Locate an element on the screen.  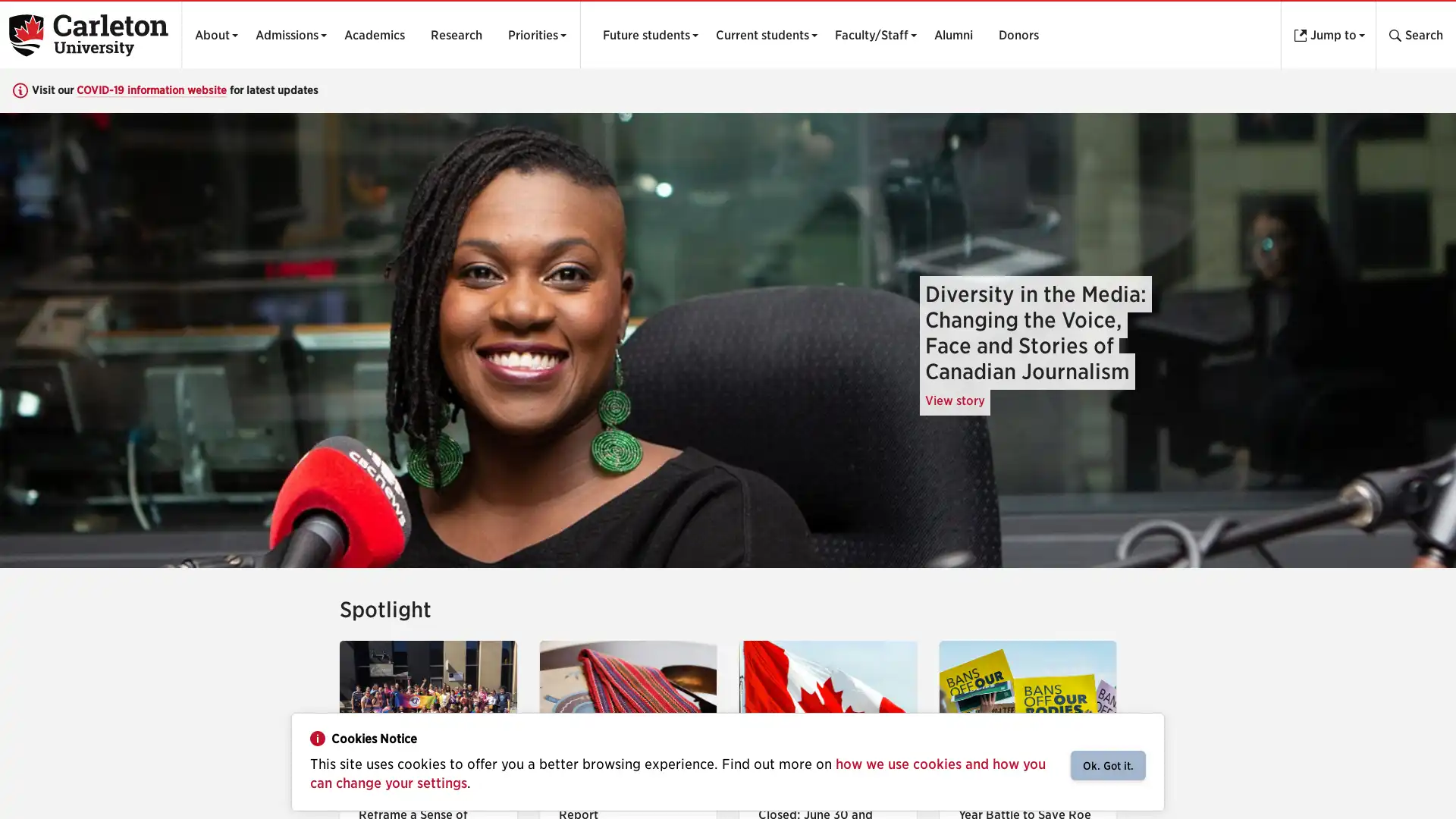
Open Menu is located at coordinates (646, 34).